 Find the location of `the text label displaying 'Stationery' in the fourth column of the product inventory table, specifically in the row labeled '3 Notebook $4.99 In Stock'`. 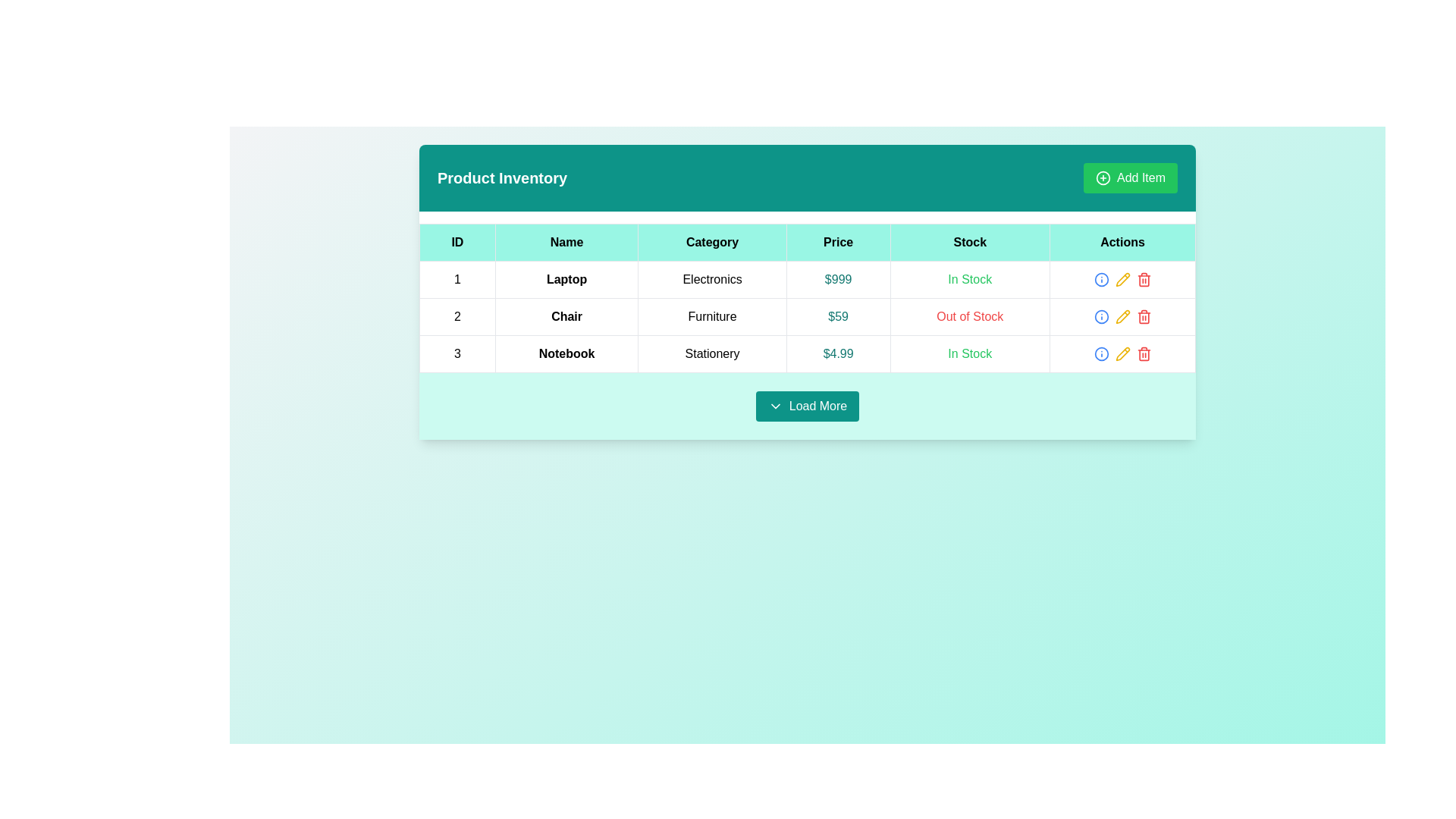

the text label displaying 'Stationery' in the fourth column of the product inventory table, specifically in the row labeled '3 Notebook $4.99 In Stock' is located at coordinates (711, 353).